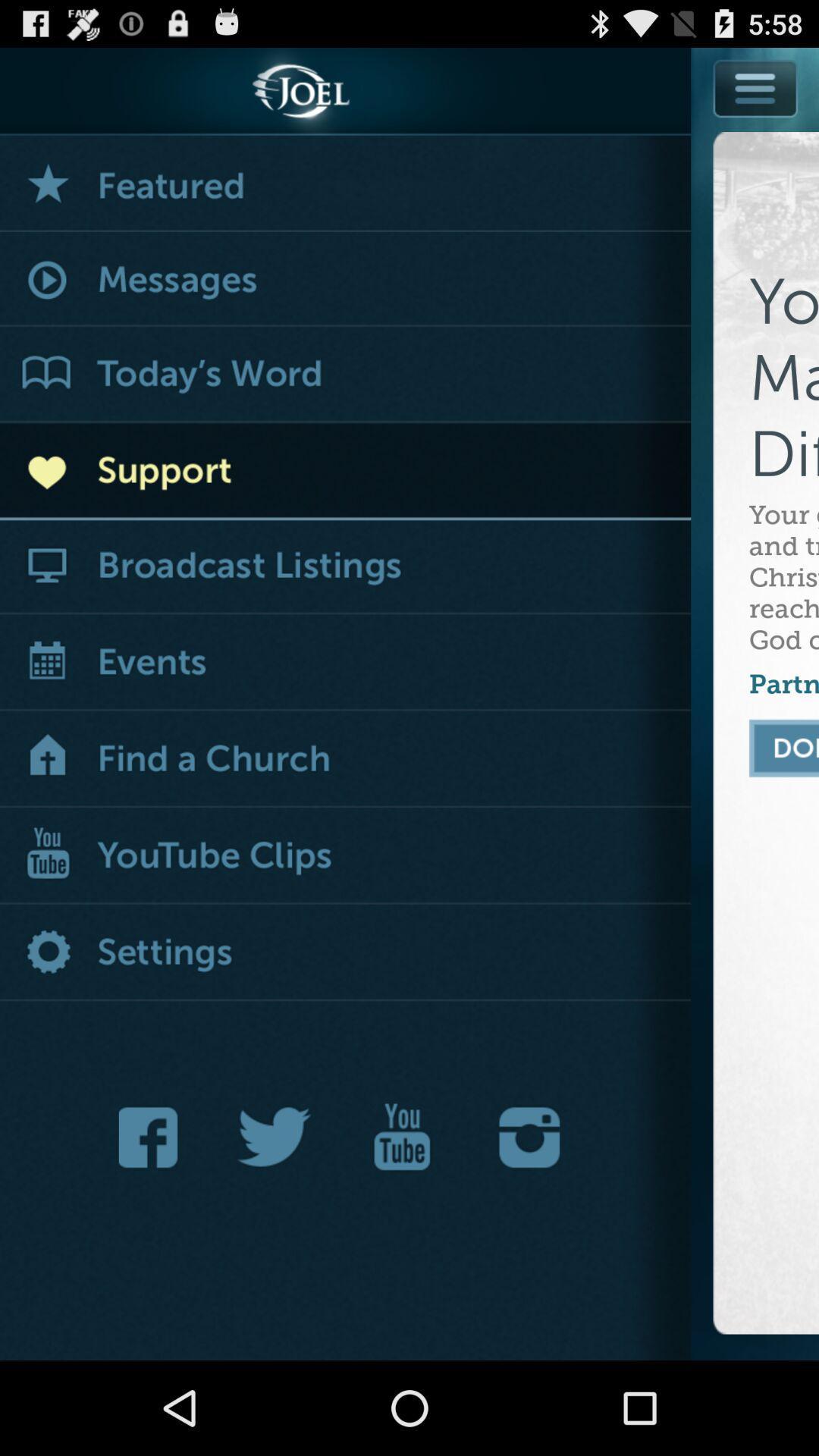  Describe the element at coordinates (152, 1137) in the screenshot. I see `the icon at the bottom left corner` at that location.